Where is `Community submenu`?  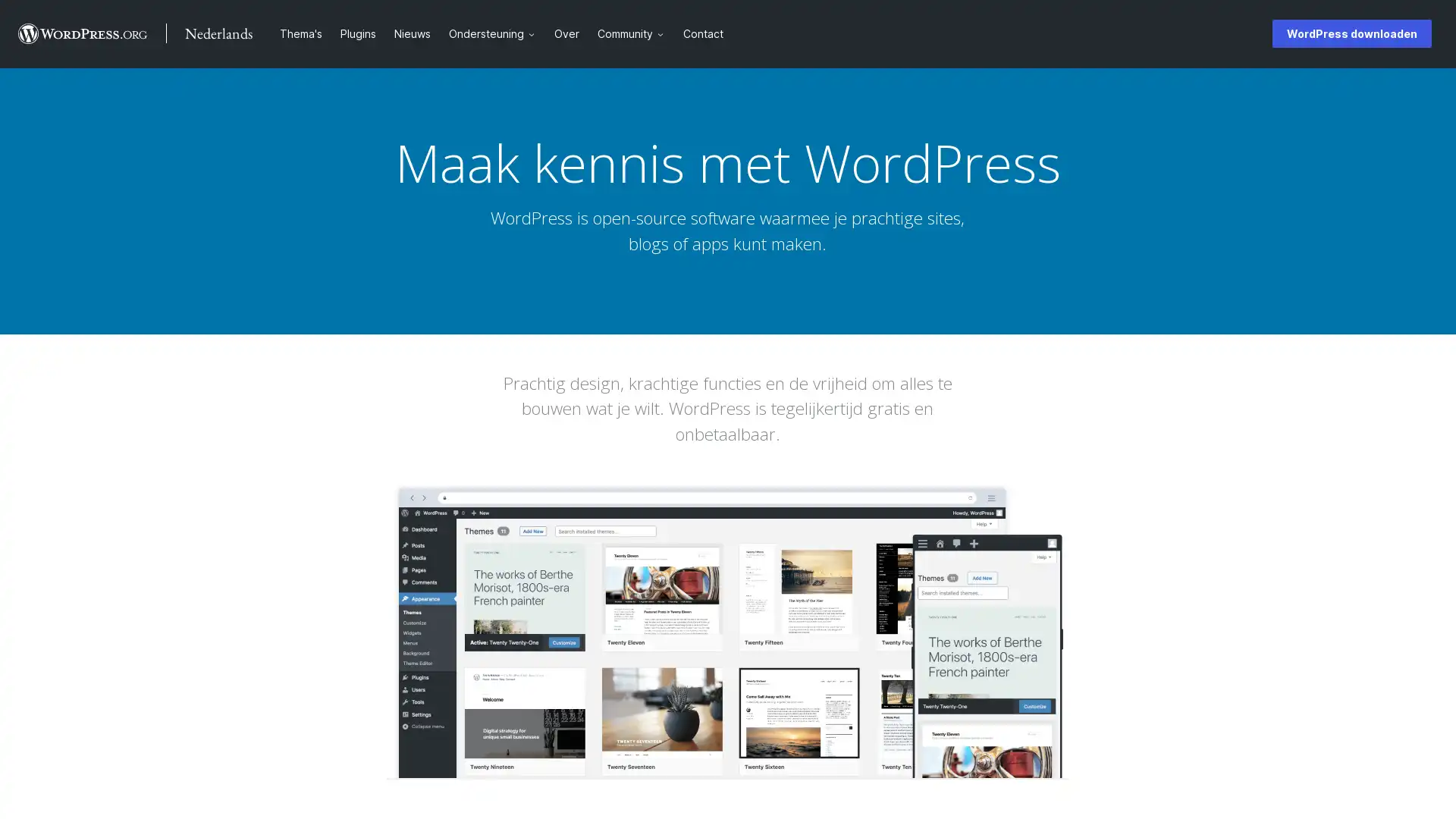
Community submenu is located at coordinates (665, 33).